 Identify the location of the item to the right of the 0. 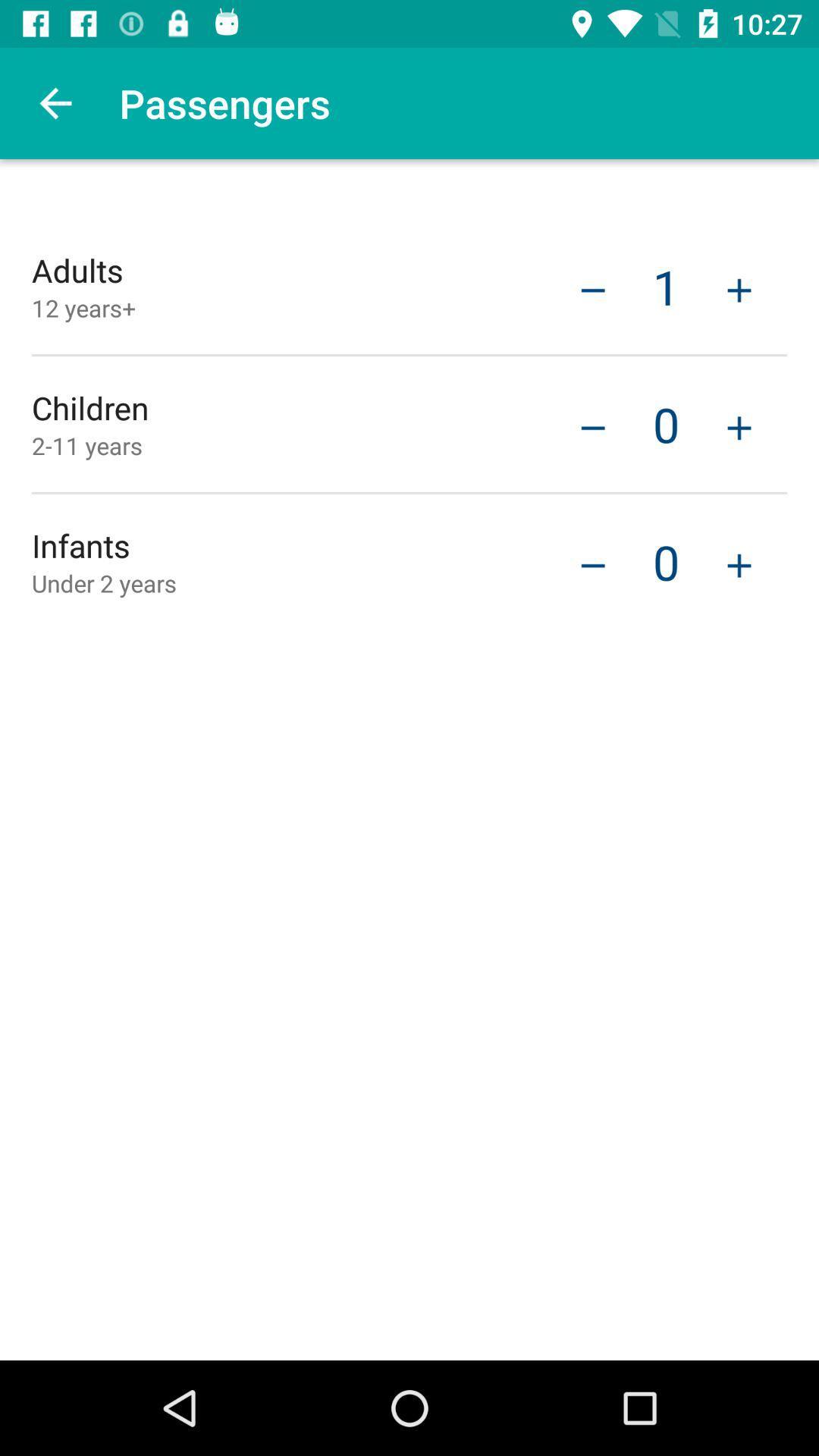
(739, 425).